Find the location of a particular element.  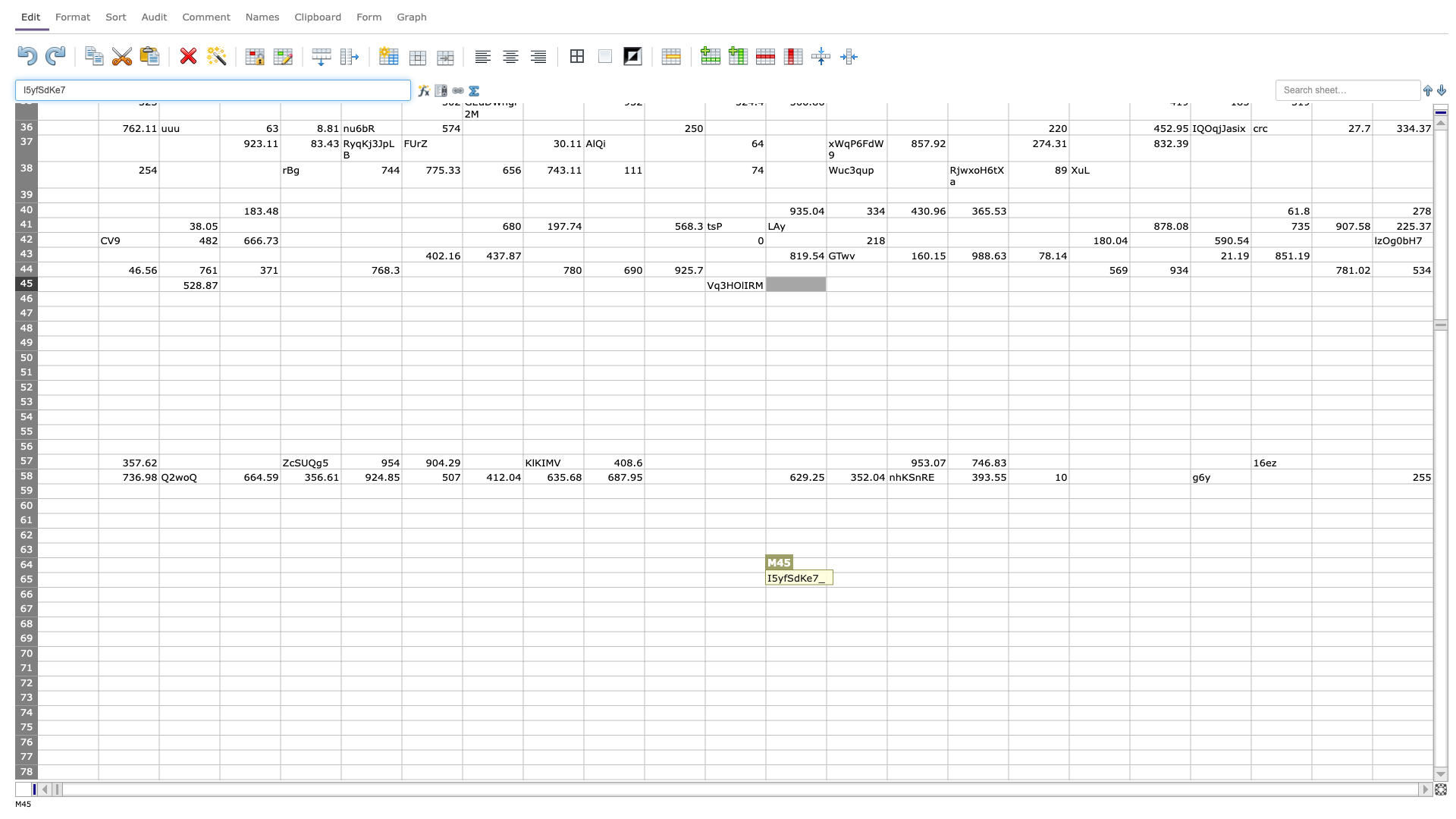

Place cursor on bottom right corner of O65 is located at coordinates (946, 586).